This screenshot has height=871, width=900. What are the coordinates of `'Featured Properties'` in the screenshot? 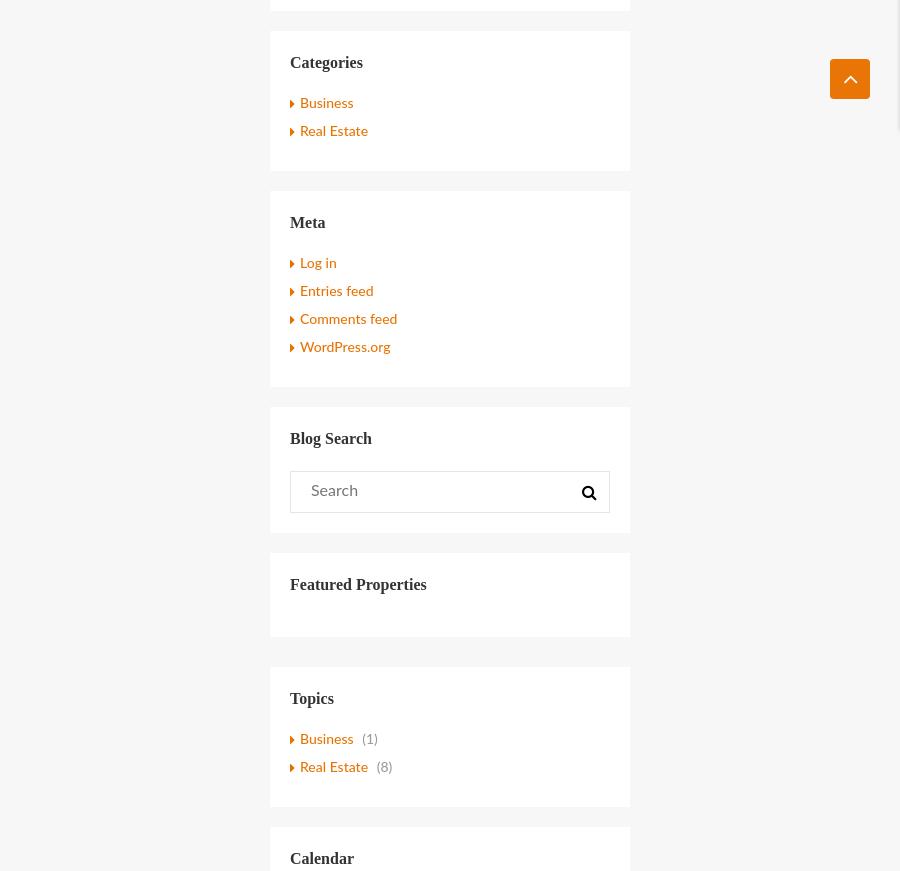 It's located at (358, 582).